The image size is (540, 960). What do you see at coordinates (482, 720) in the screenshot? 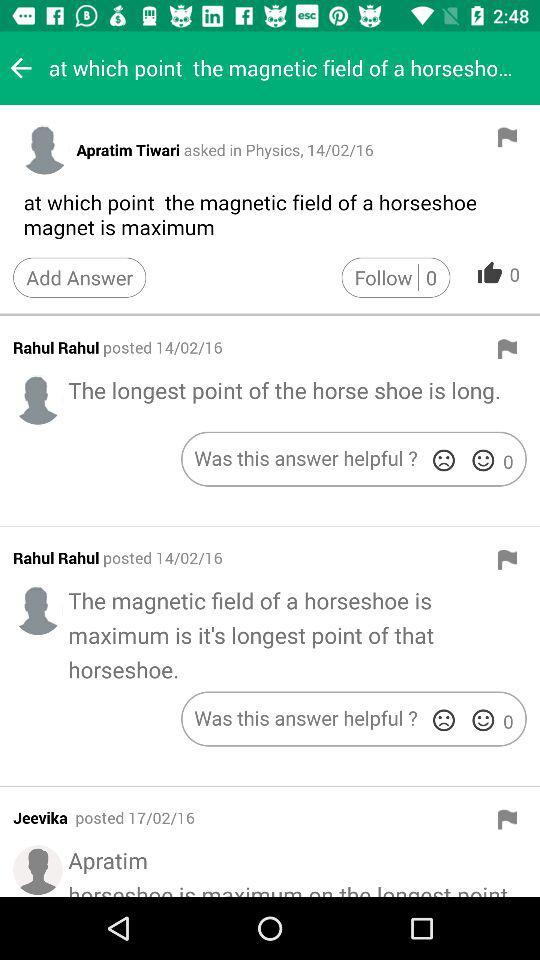
I see `leave positive feedback` at bounding box center [482, 720].